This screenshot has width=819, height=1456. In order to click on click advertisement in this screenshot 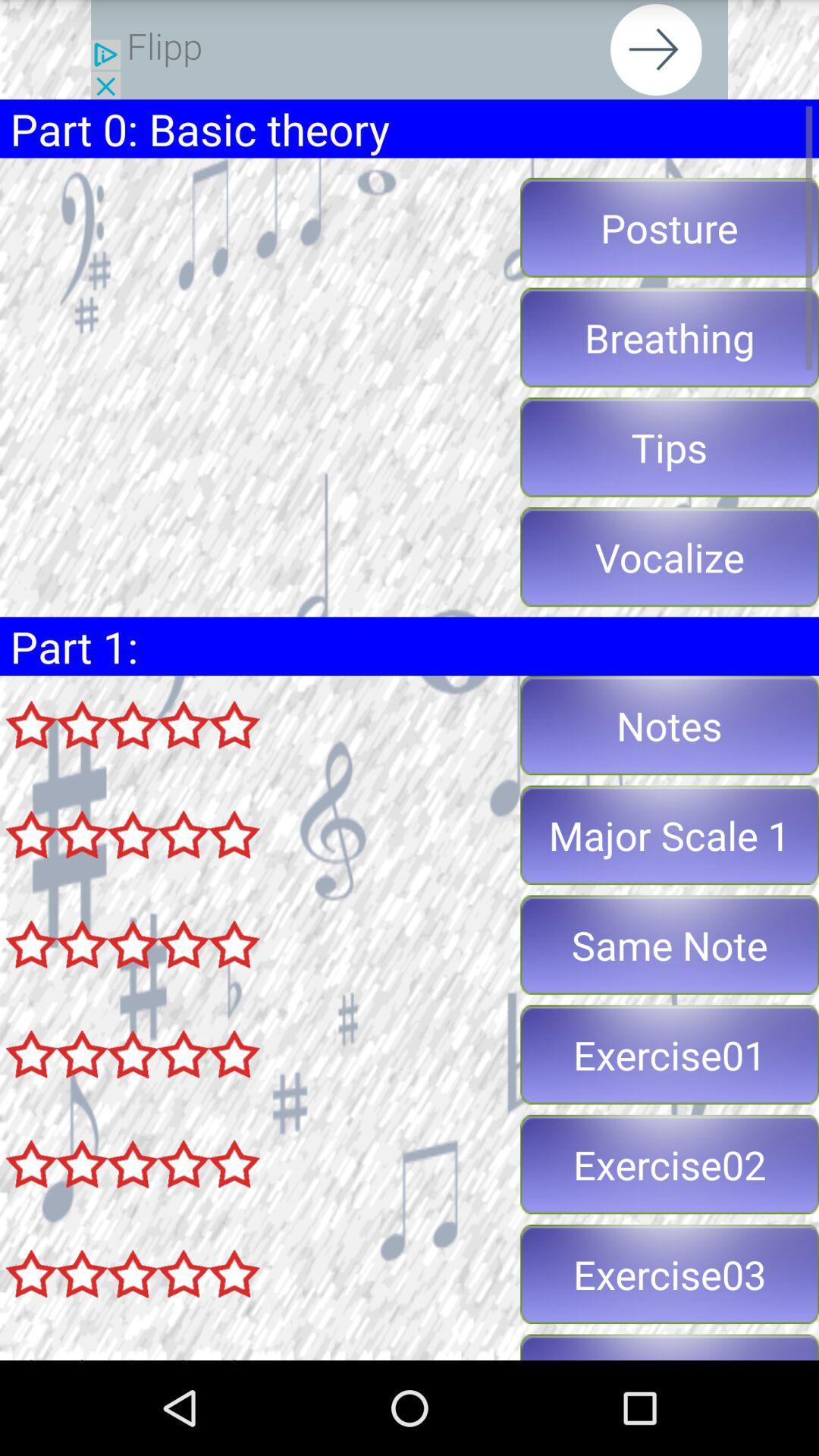, I will do `click(409, 49)`.